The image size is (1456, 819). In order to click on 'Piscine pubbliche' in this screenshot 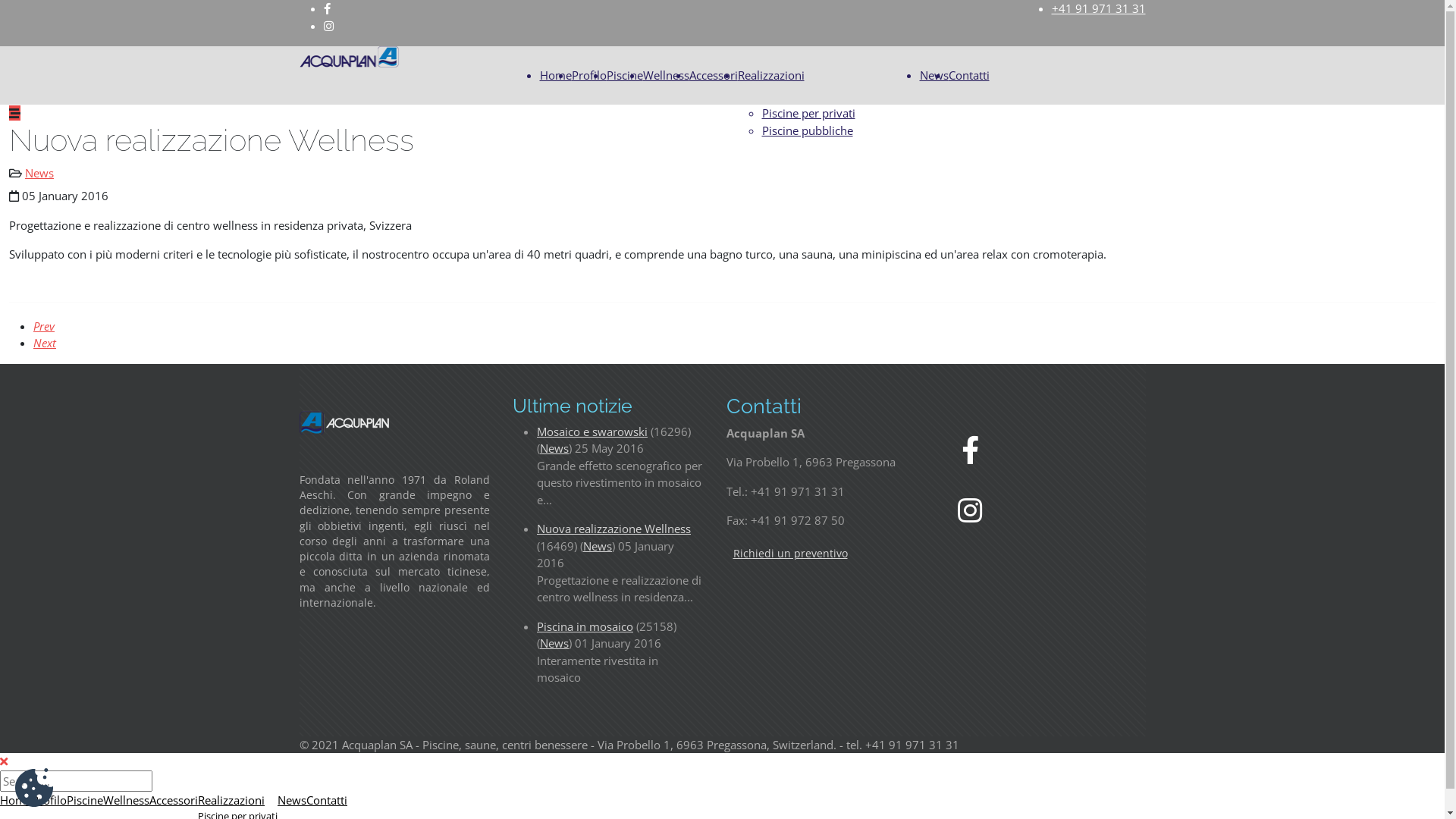, I will do `click(761, 130)`.